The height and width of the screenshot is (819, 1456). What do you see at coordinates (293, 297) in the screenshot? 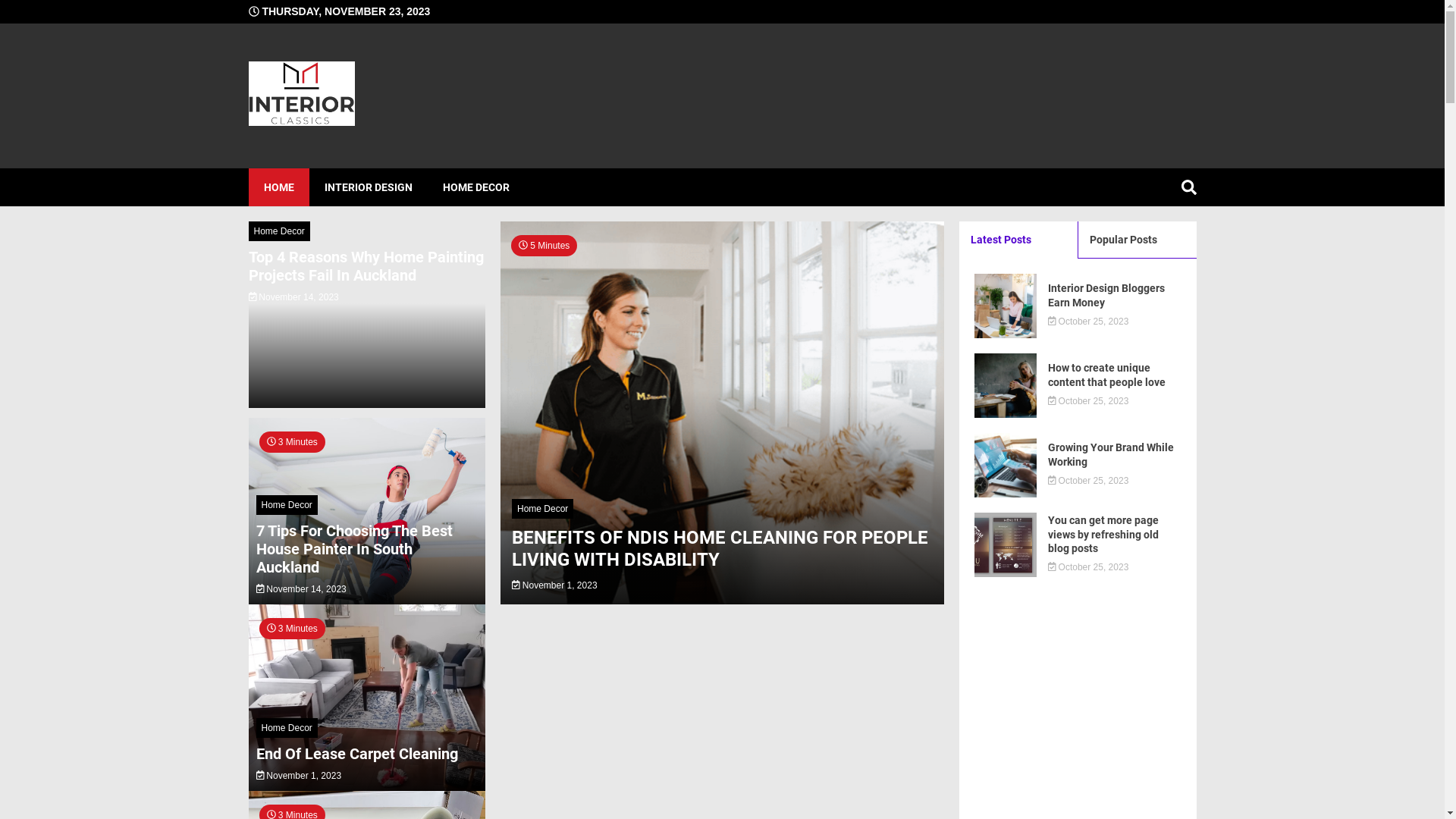
I see `'November 14, 2023'` at bounding box center [293, 297].